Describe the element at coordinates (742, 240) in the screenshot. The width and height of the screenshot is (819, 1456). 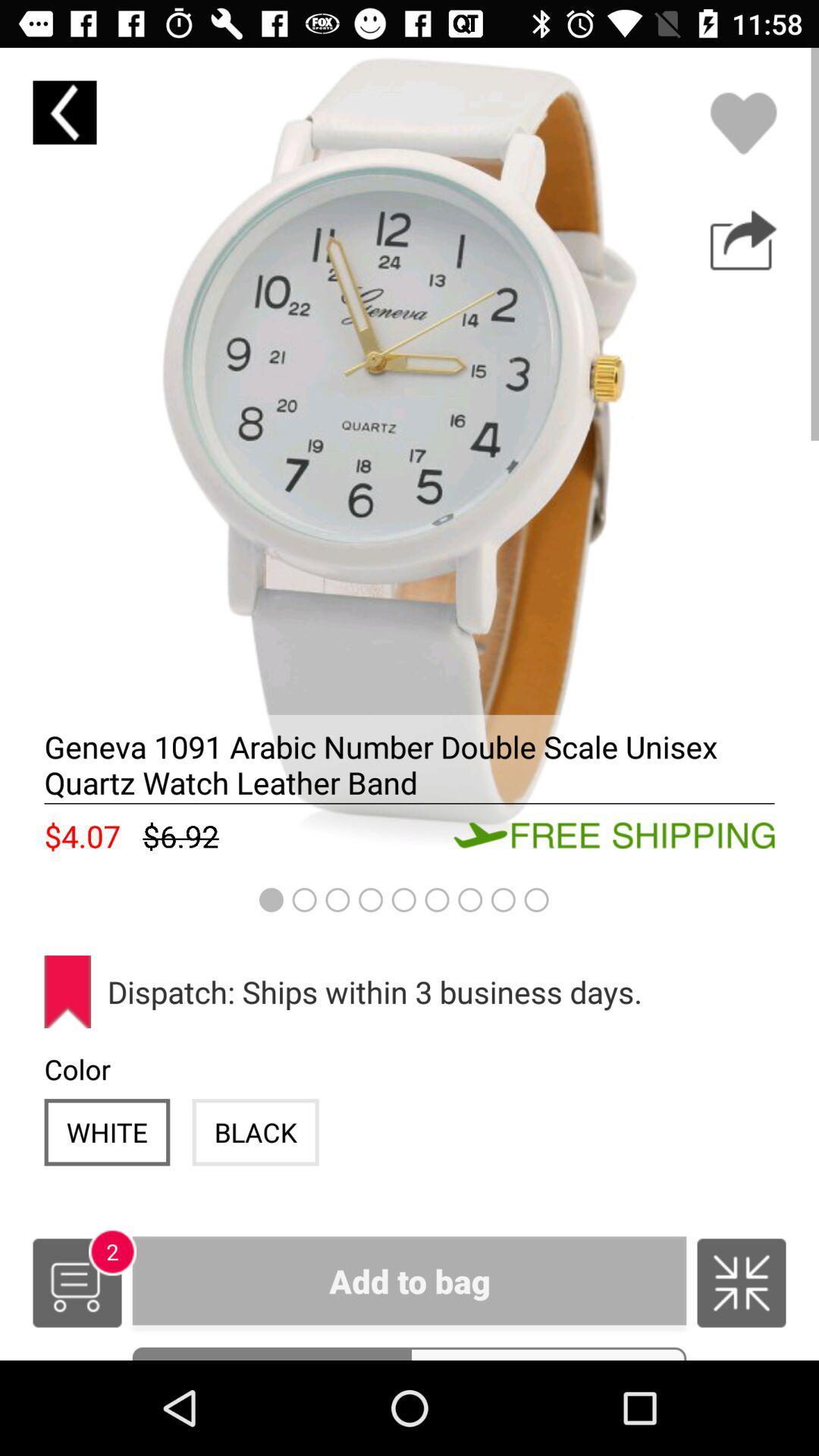
I see `the share icon` at that location.